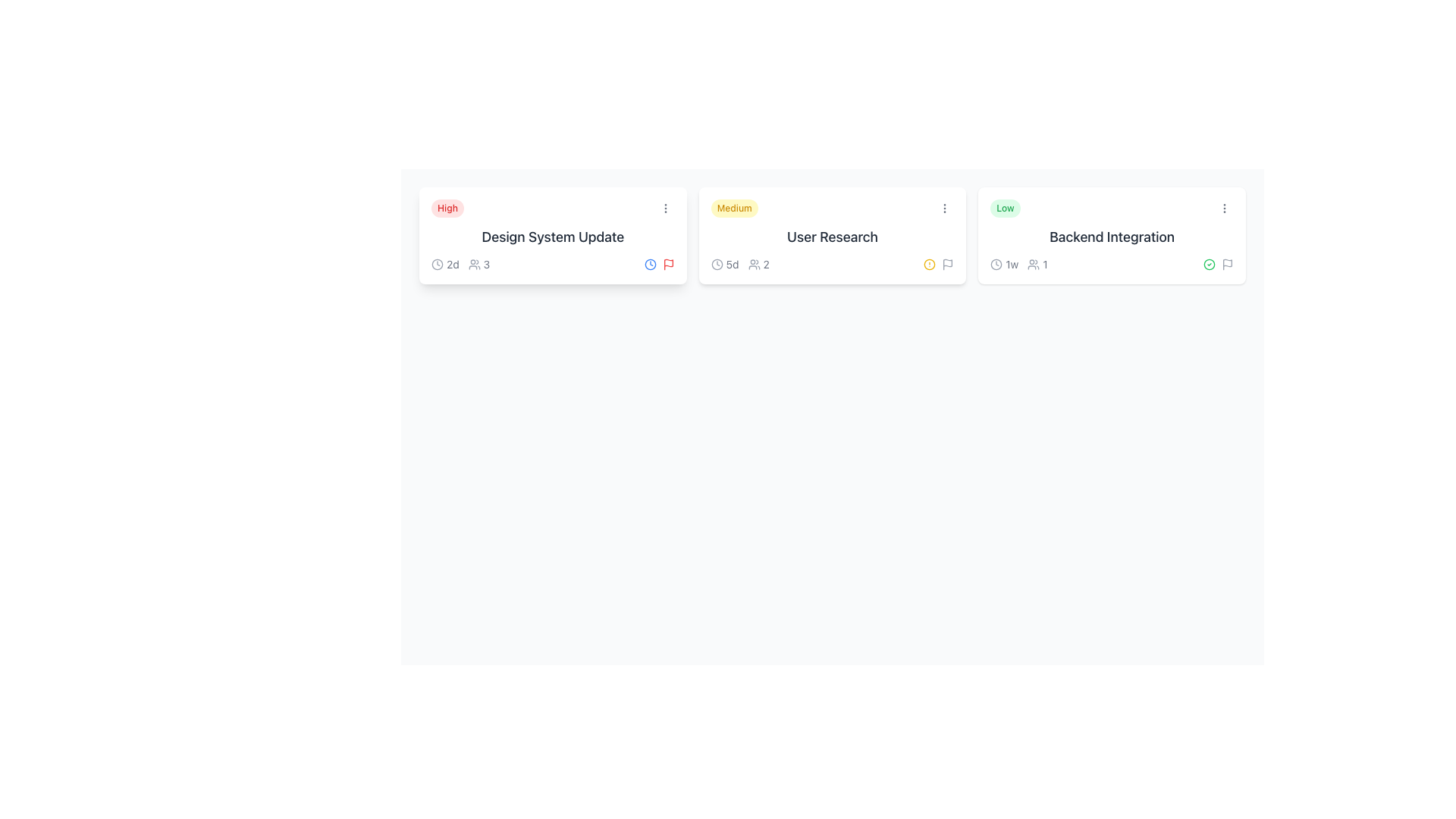 The image size is (1456, 819). I want to click on the blue clock icon in the icon group located at the bottom-right corner of the 'Design System Update' card, so click(659, 263).